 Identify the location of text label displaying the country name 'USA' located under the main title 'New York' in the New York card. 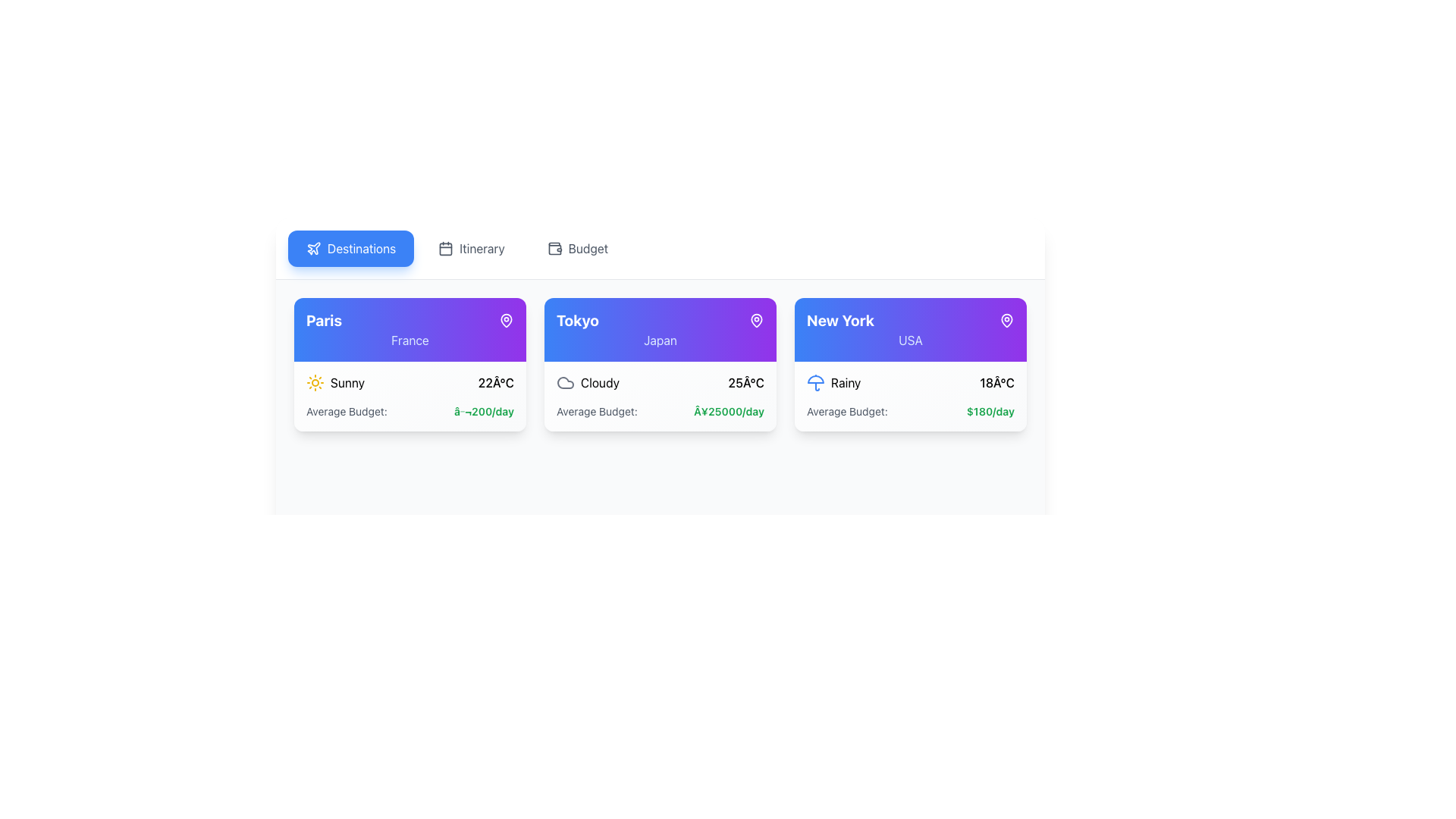
(910, 339).